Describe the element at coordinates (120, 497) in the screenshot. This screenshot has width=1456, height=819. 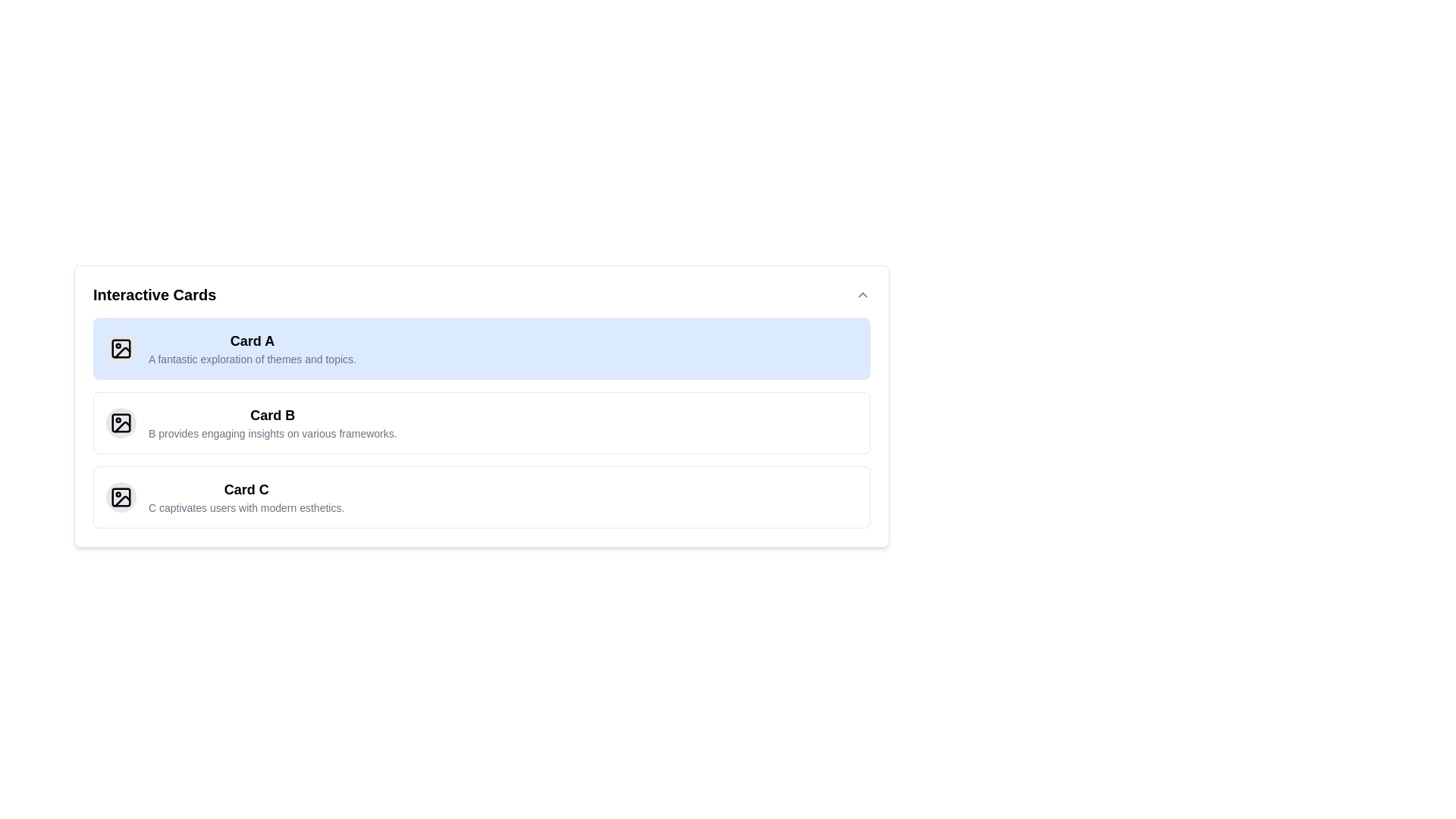
I see `the graphical icon located in the third card titled 'Card C', which is beneath the text 'C captivates users with modern esthetics.'` at that location.